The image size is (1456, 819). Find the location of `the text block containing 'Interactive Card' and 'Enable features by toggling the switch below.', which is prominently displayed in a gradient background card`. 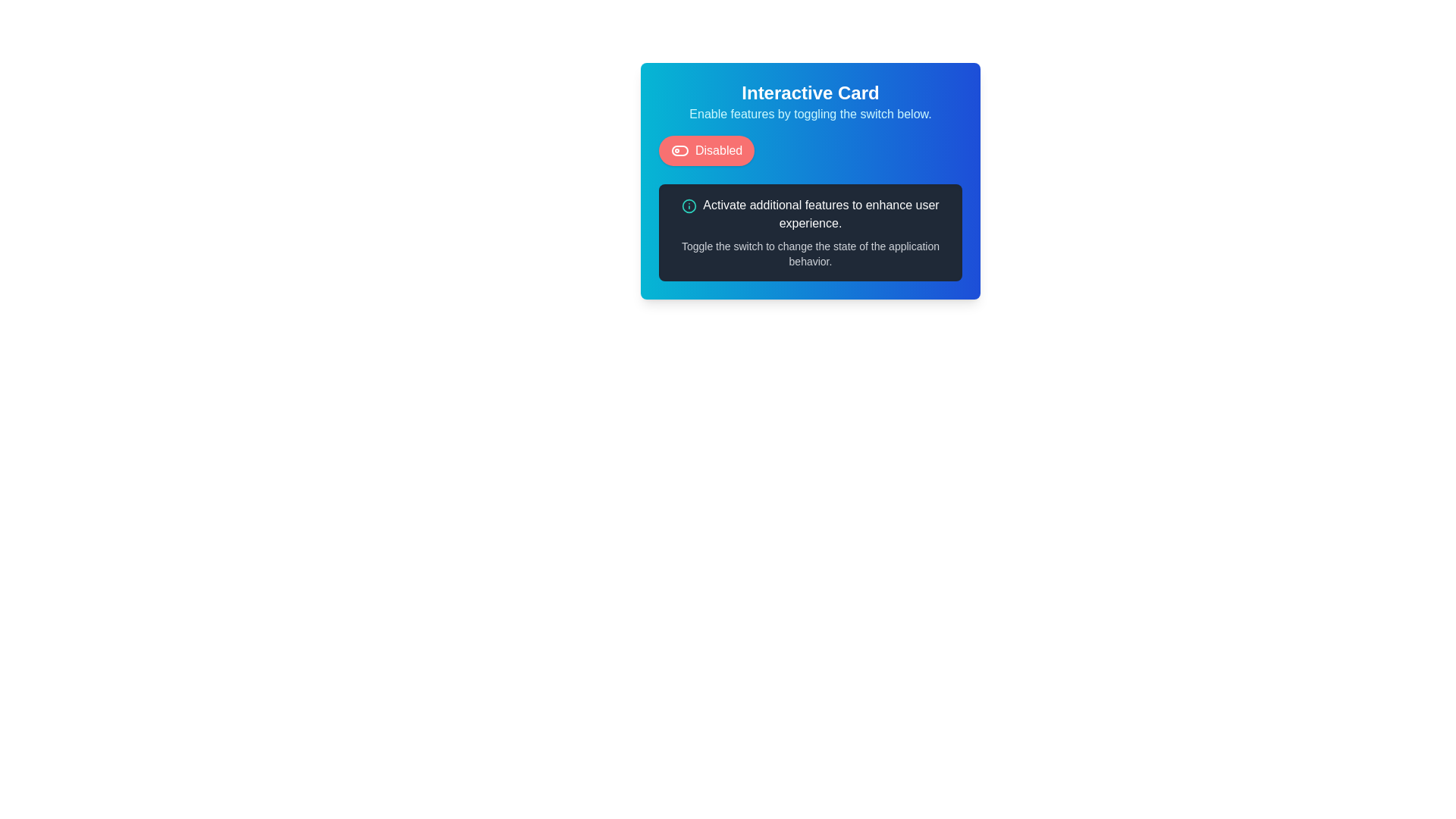

the text block containing 'Interactive Card' and 'Enable features by toggling the switch below.', which is prominently displayed in a gradient background card is located at coordinates (810, 102).